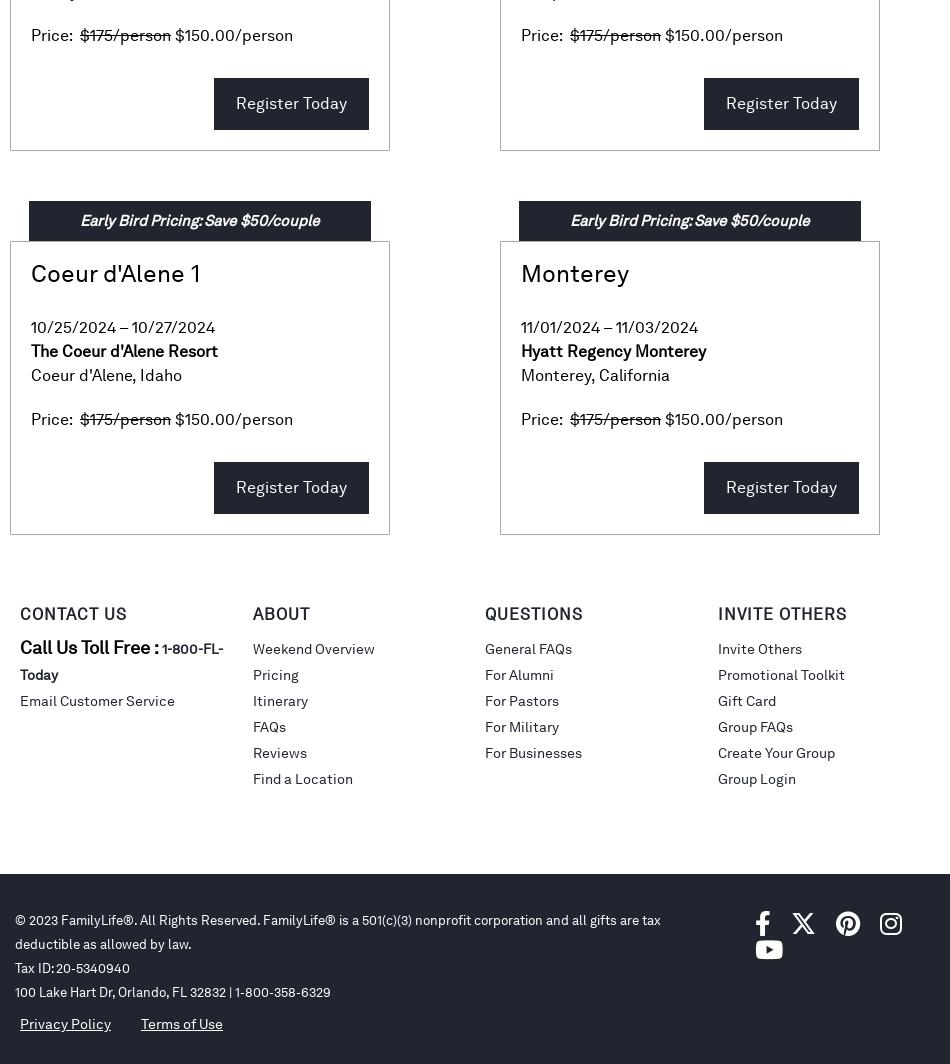  Describe the element at coordinates (613, 351) in the screenshot. I see `'Hyatt Regency Monterey'` at that location.